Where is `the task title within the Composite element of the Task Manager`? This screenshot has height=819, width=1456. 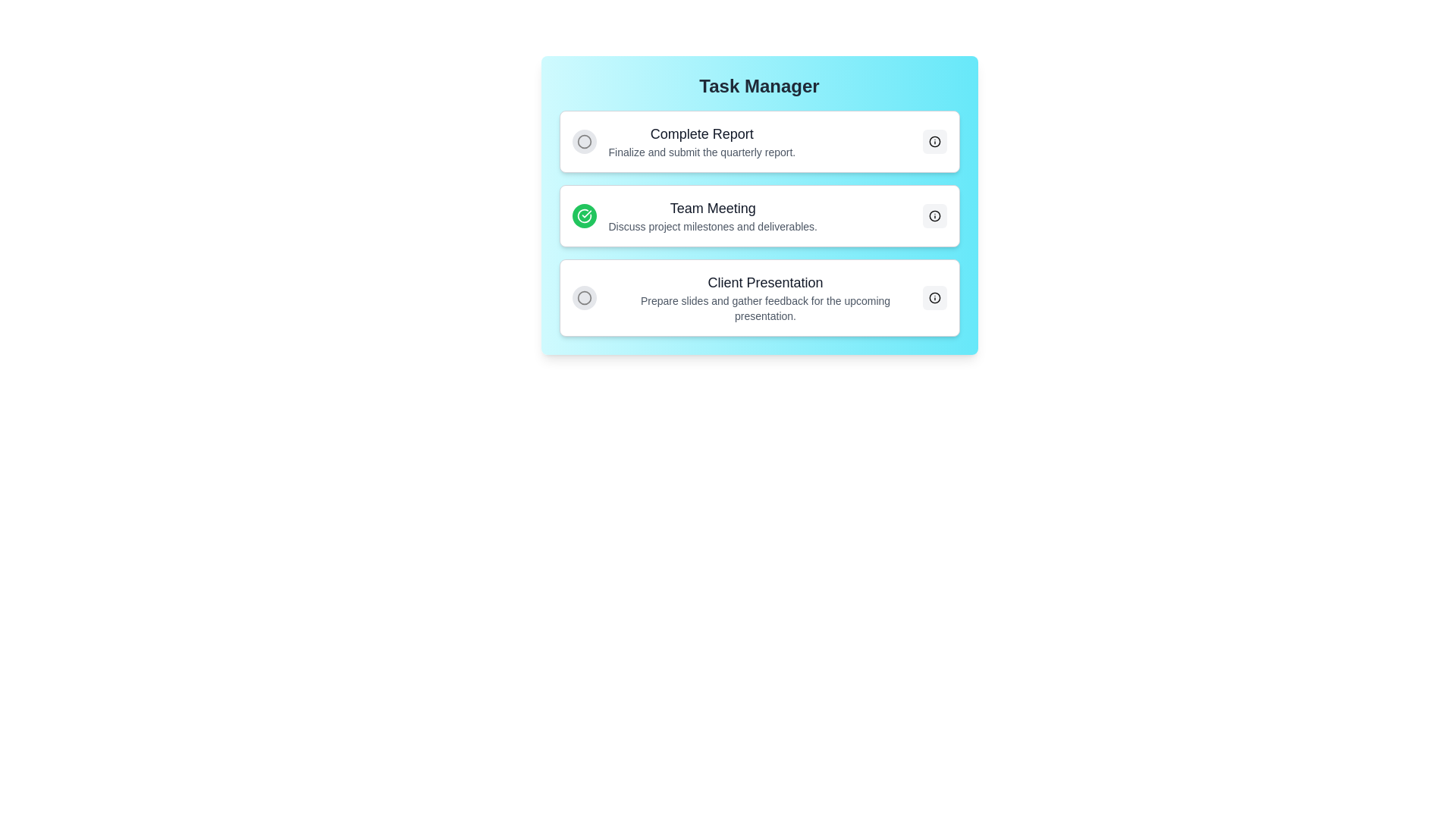 the task title within the Composite element of the Task Manager is located at coordinates (759, 223).